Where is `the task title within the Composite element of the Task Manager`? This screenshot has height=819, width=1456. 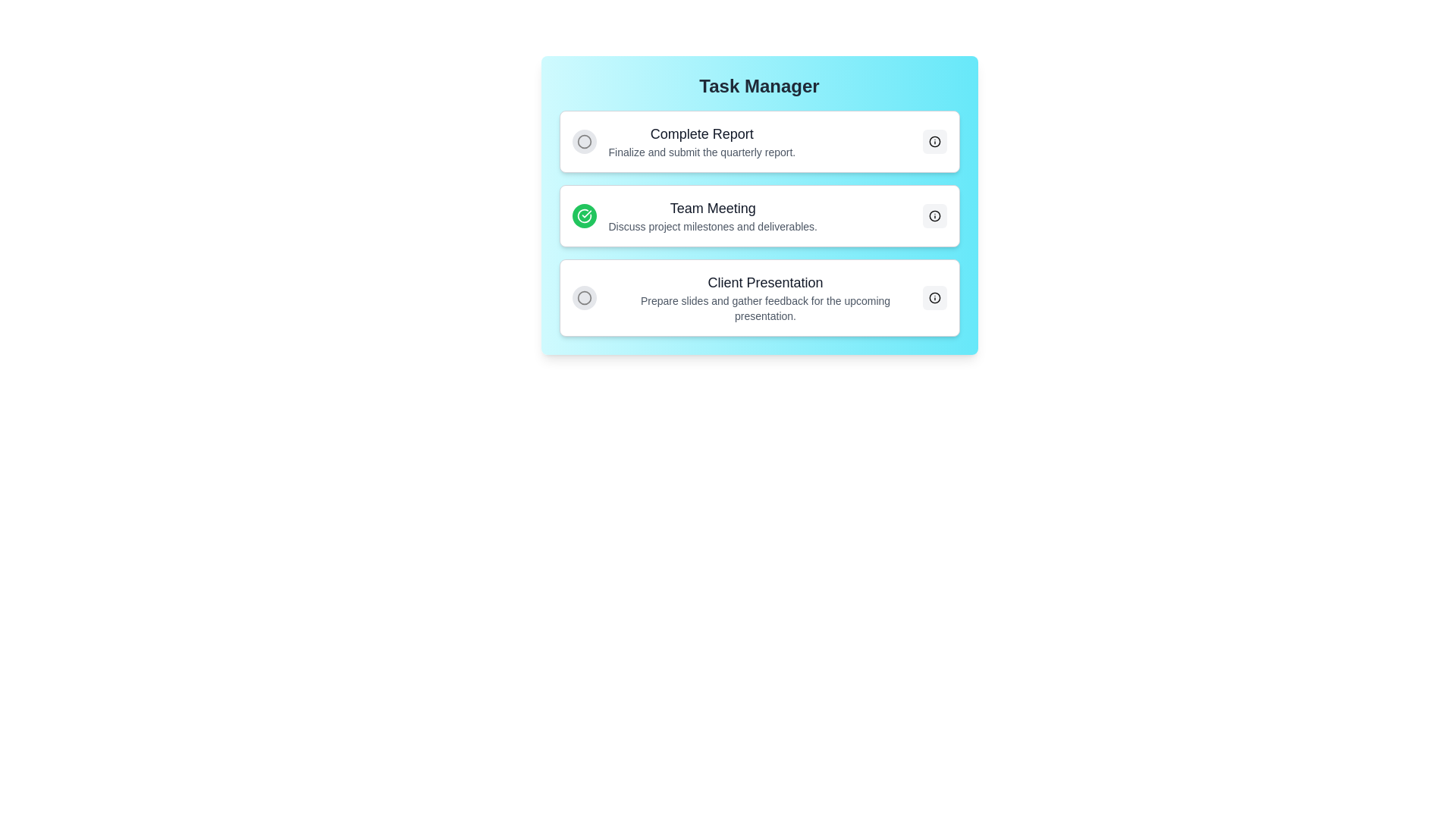 the task title within the Composite element of the Task Manager is located at coordinates (759, 223).